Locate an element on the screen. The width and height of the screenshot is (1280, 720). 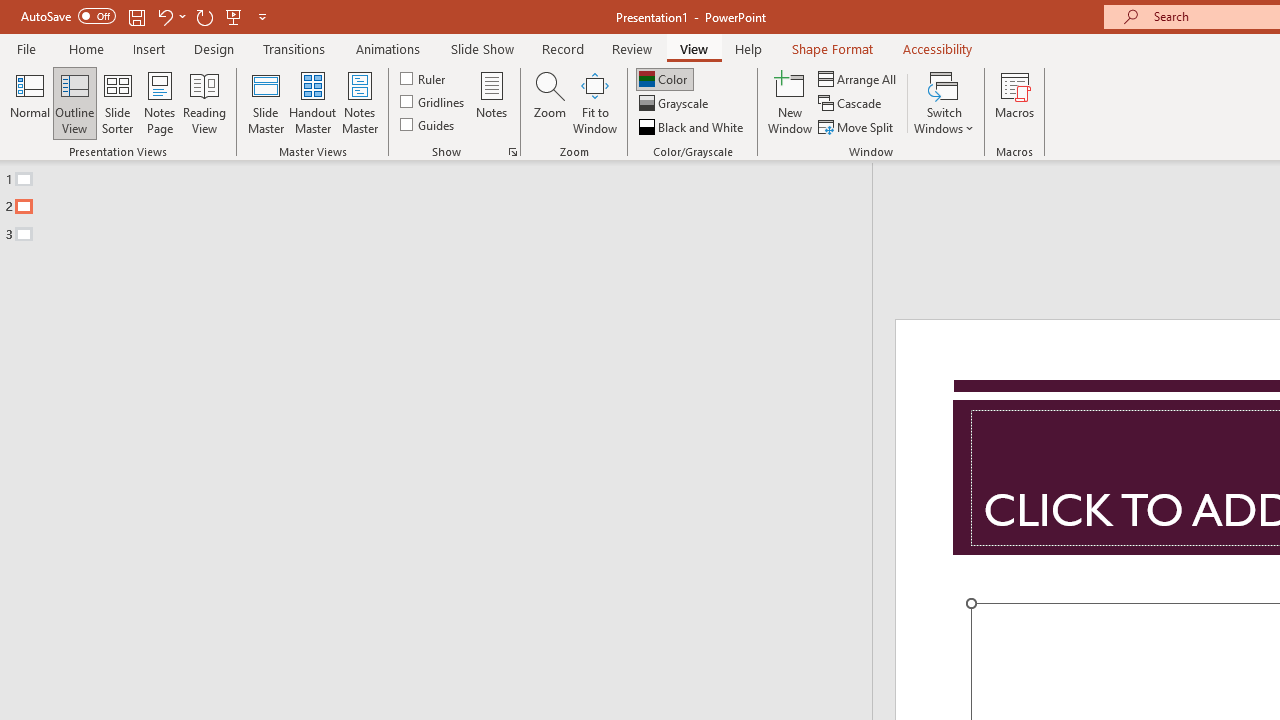
'Switch Windows' is located at coordinates (943, 103).